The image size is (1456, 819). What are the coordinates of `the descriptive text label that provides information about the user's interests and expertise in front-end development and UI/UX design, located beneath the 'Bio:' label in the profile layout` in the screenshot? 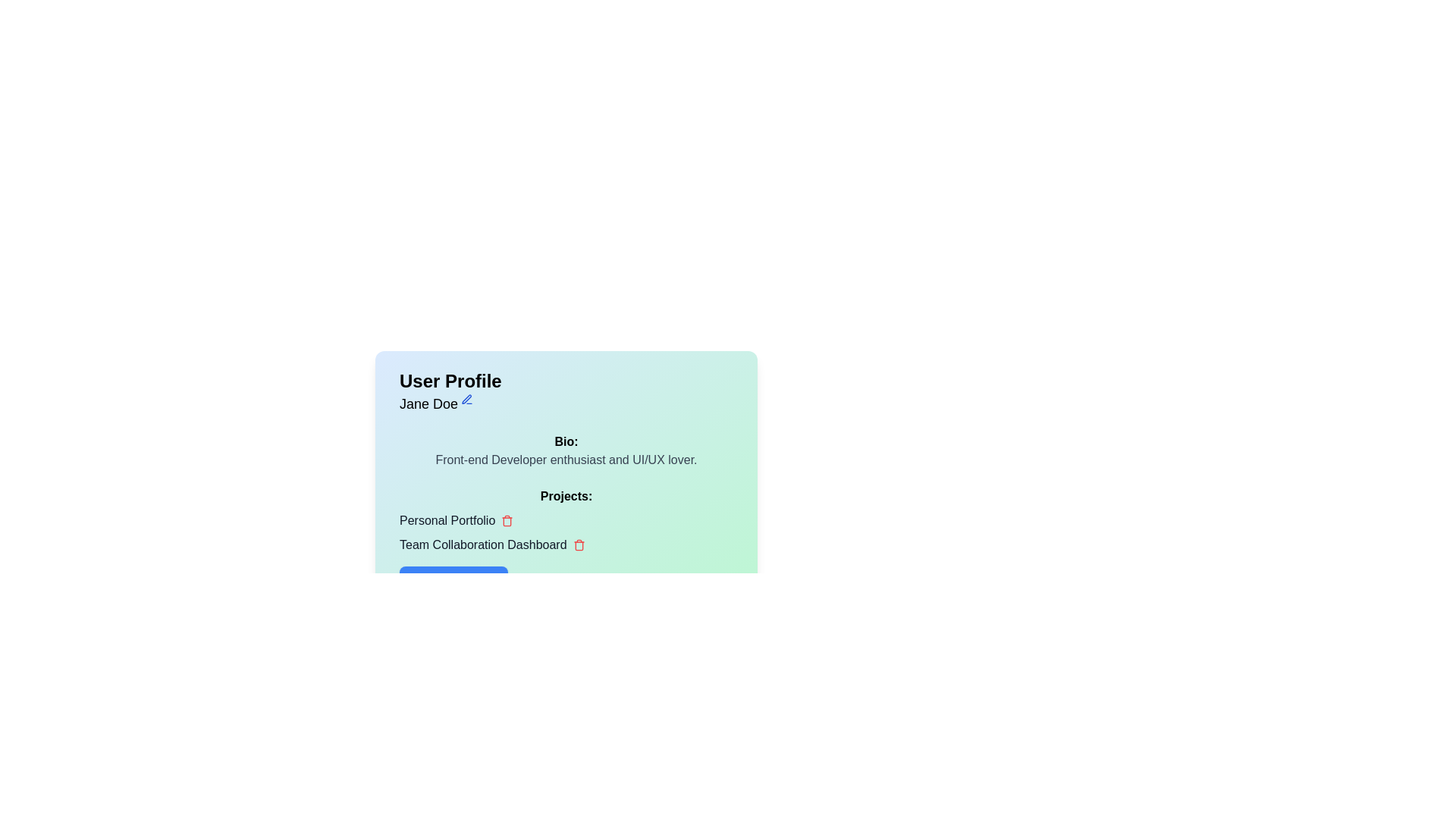 It's located at (566, 459).